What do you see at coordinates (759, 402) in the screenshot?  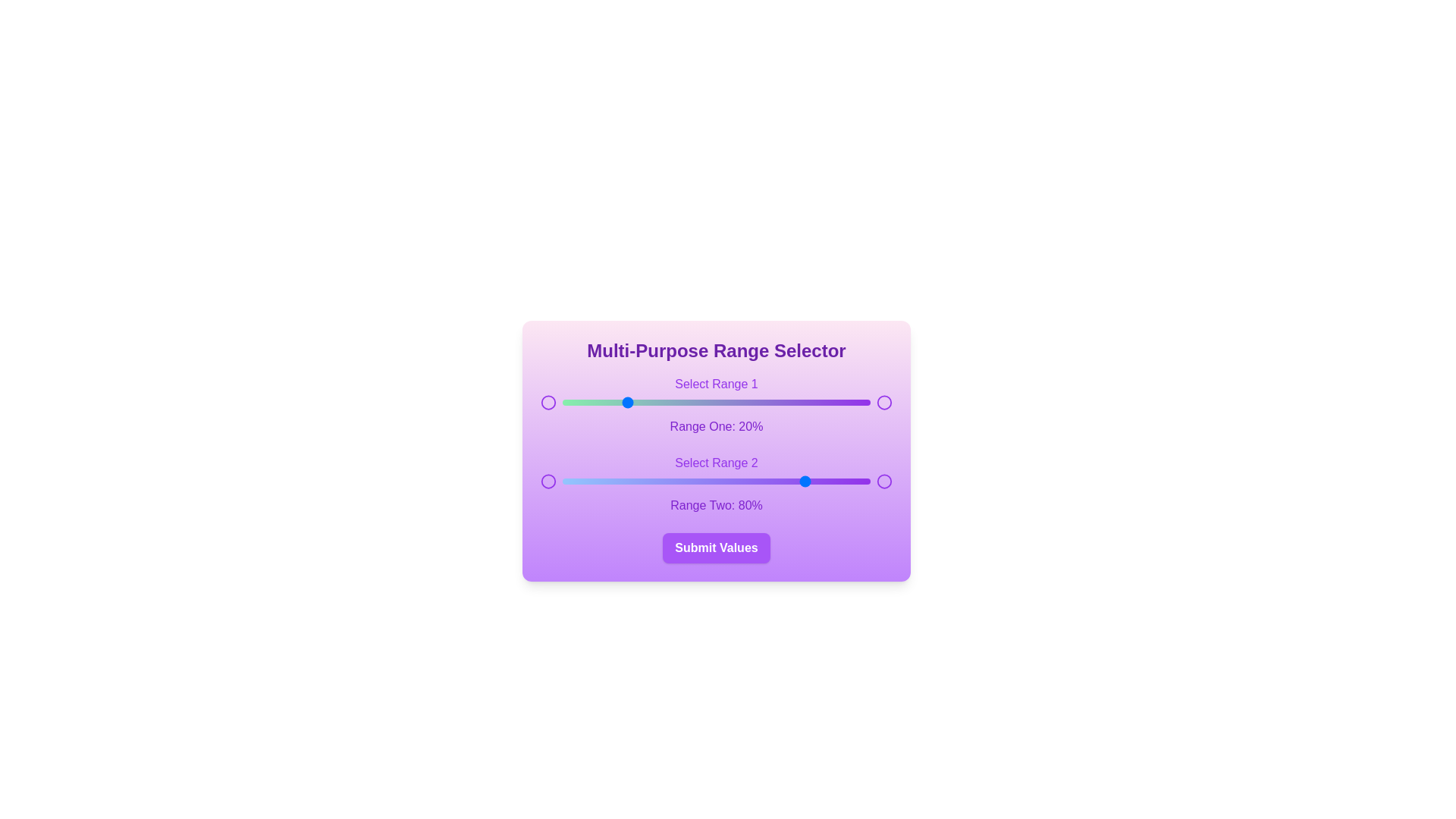 I see `the first range slider to 64%` at bounding box center [759, 402].